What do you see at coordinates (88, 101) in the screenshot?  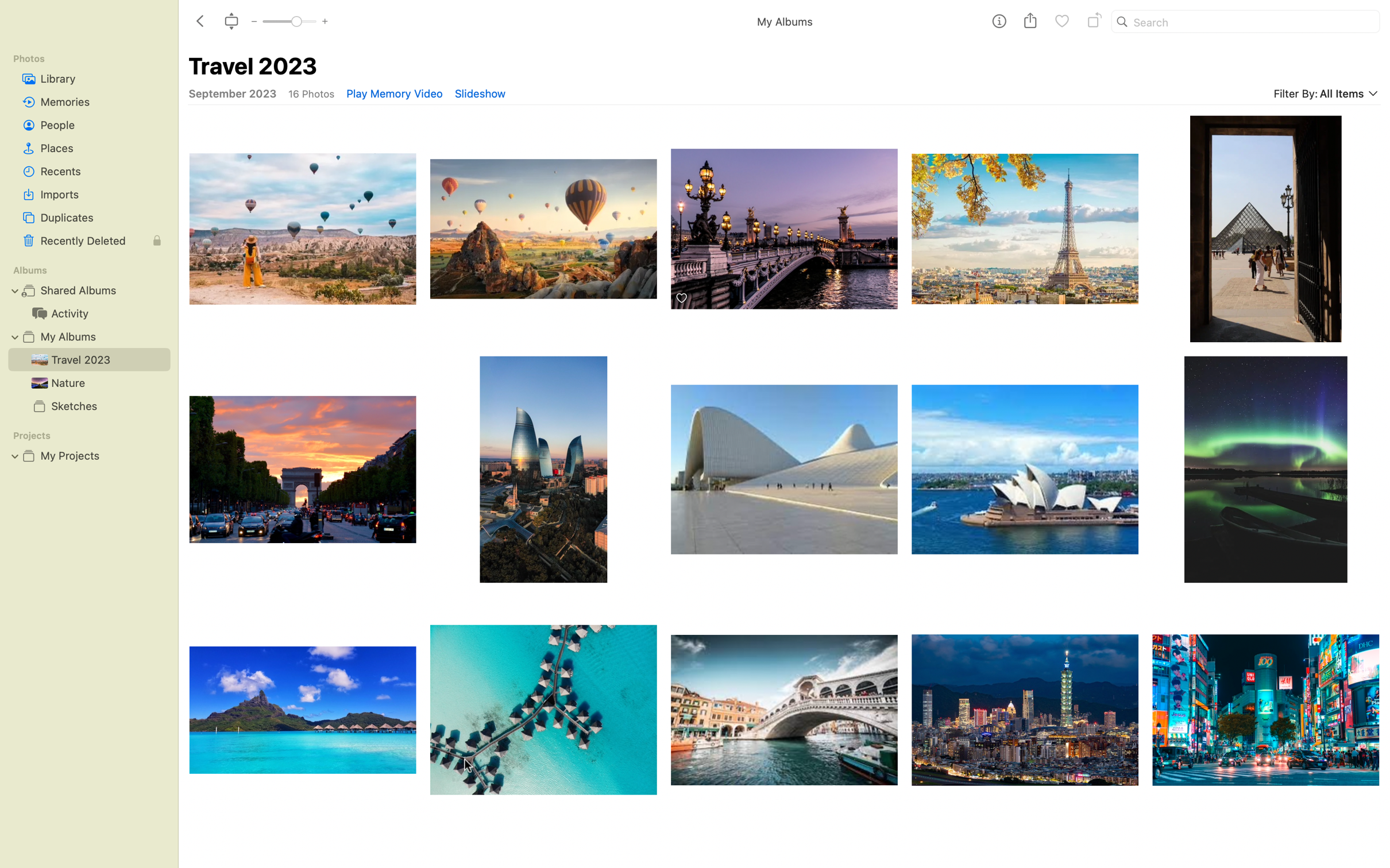 I see `the "Memories" album and use the top bar to zoom in on the photos` at bounding box center [88, 101].